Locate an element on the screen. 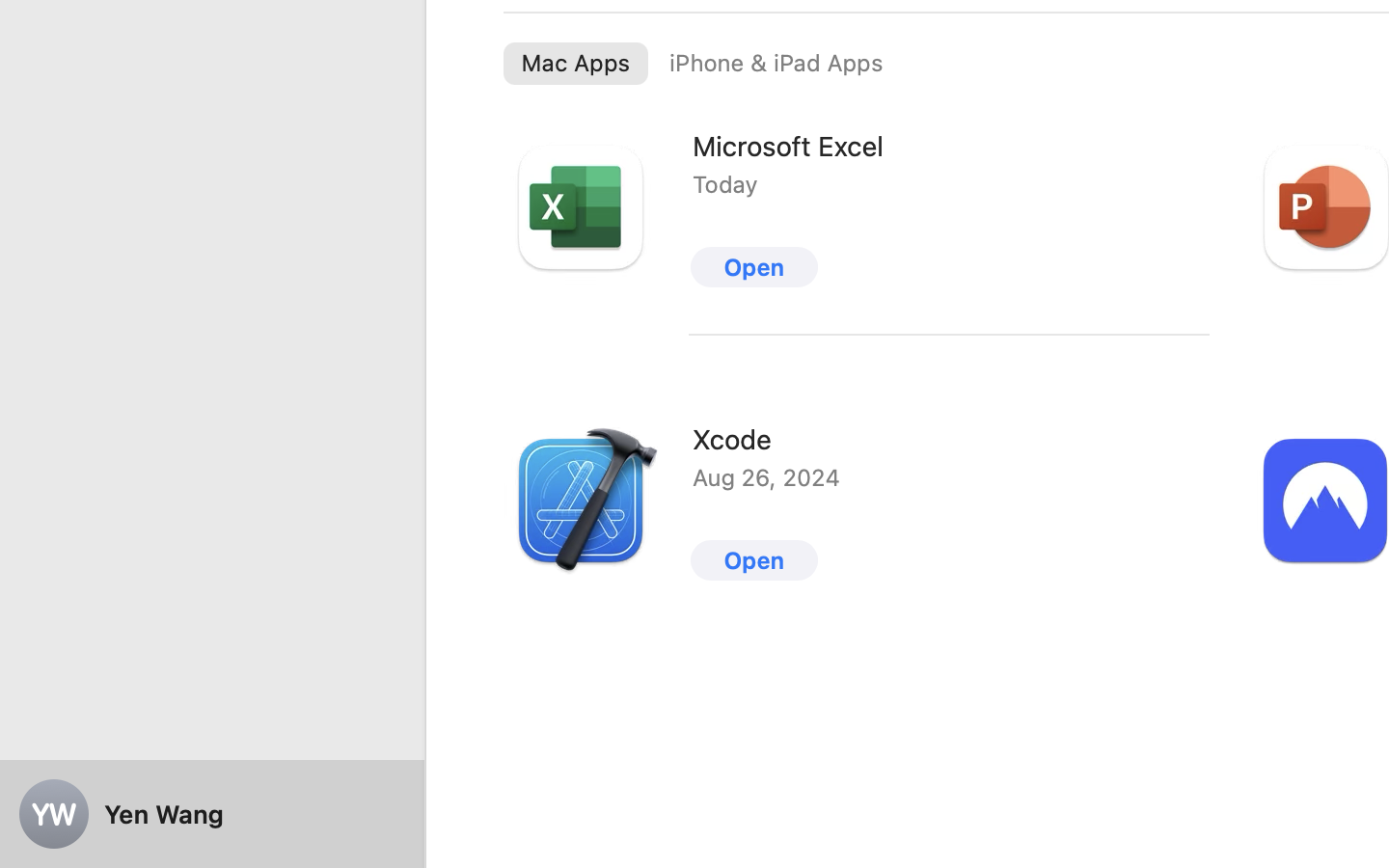  'Yen Wang' is located at coordinates (212, 814).